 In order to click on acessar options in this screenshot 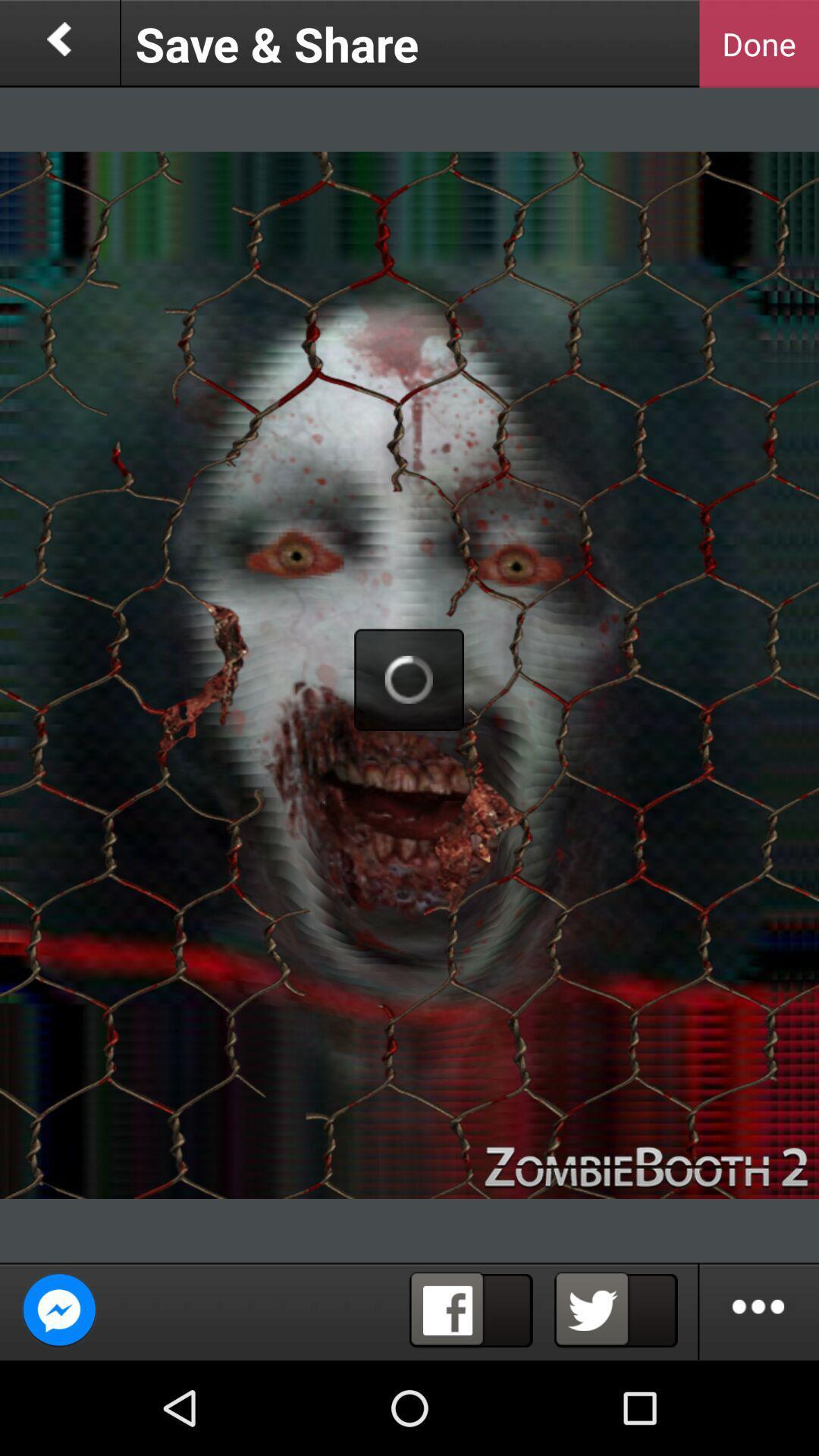, I will do `click(759, 1310)`.